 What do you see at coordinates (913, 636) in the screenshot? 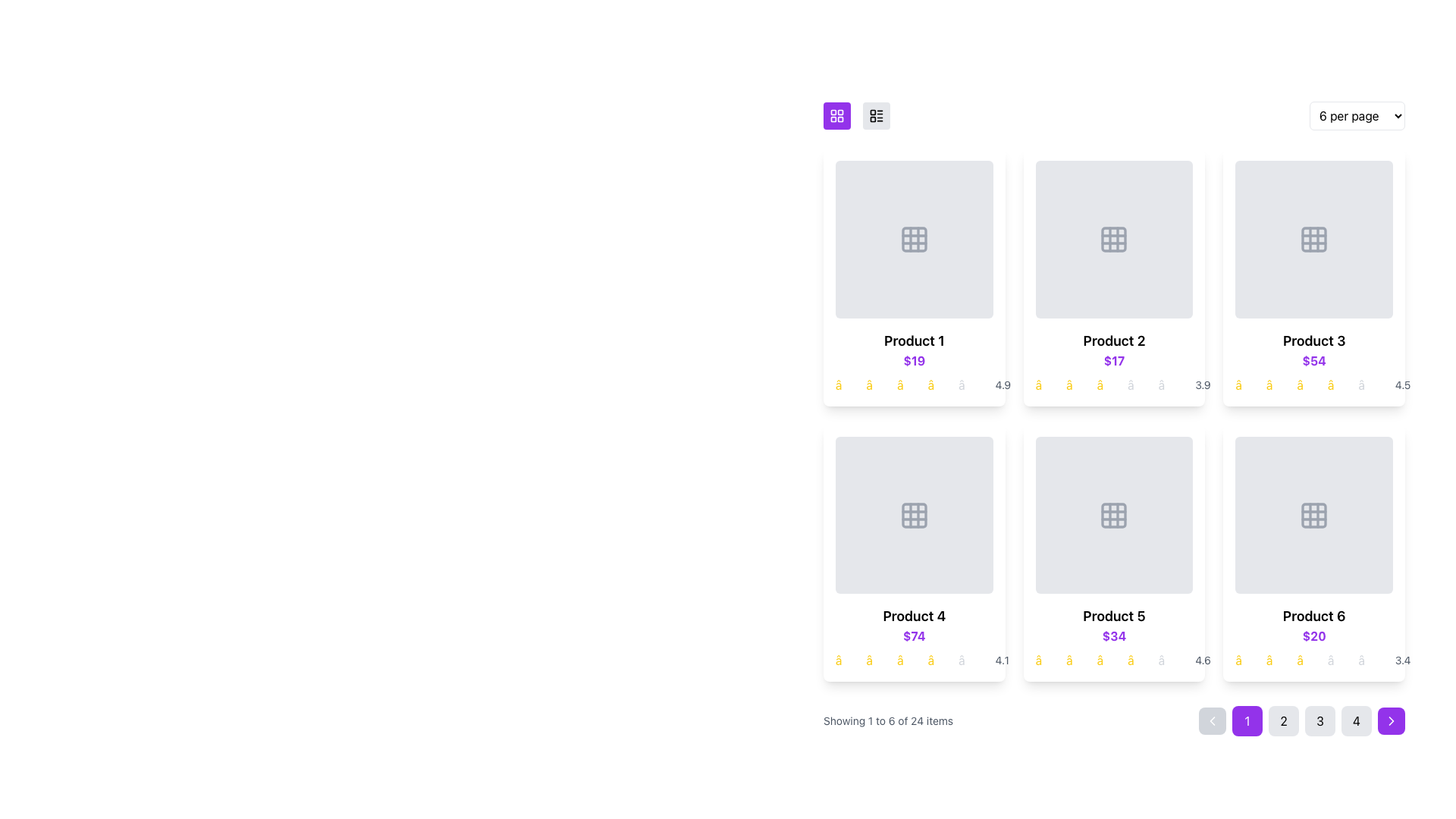
I see `price label displaying '$74' in bold purple font located below 'Product 4' and above the star ratings in the fourth product card` at bounding box center [913, 636].